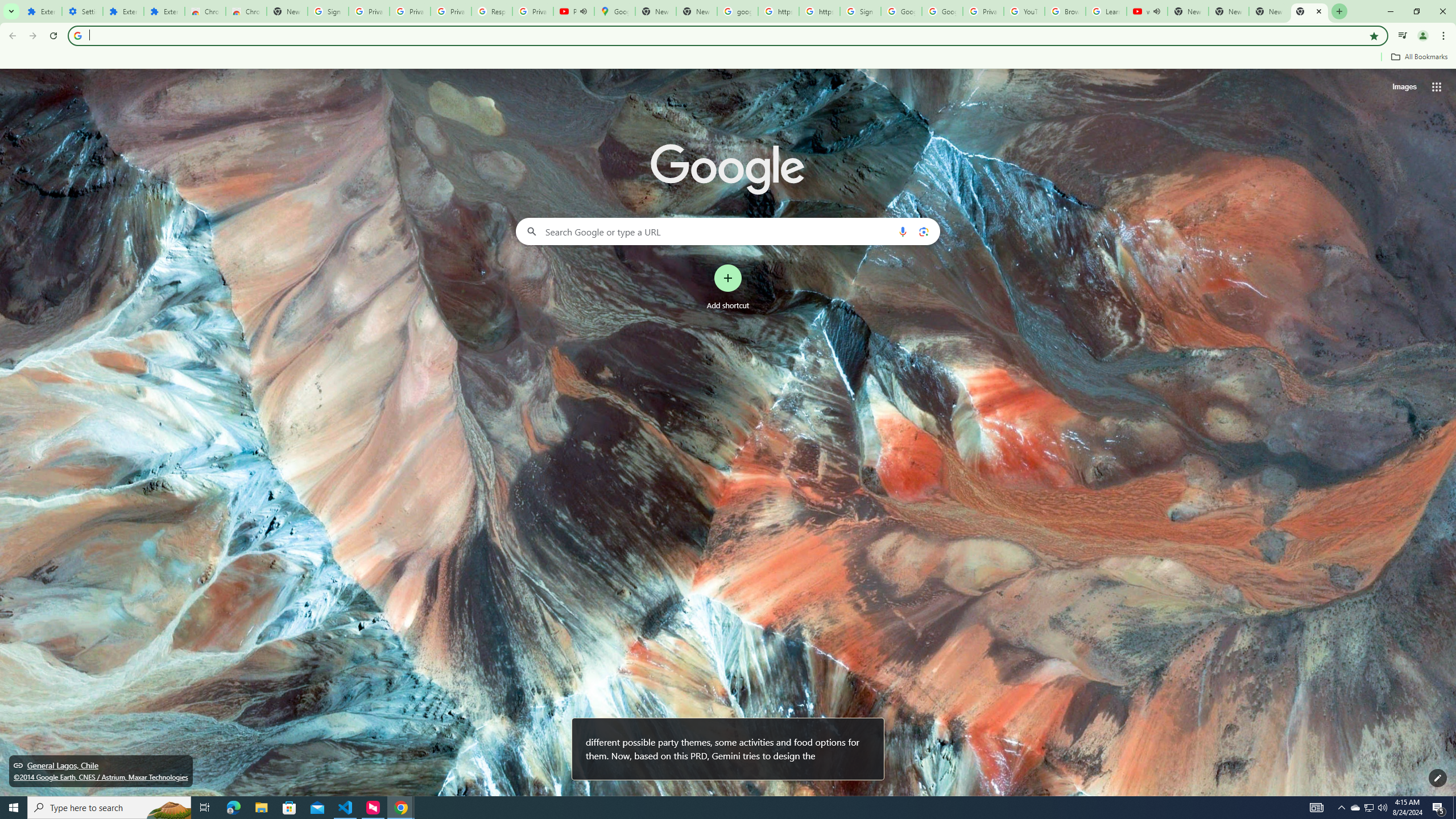 This screenshot has width=1456, height=819. Describe the element at coordinates (164, 11) in the screenshot. I see `'Extensions'` at that location.